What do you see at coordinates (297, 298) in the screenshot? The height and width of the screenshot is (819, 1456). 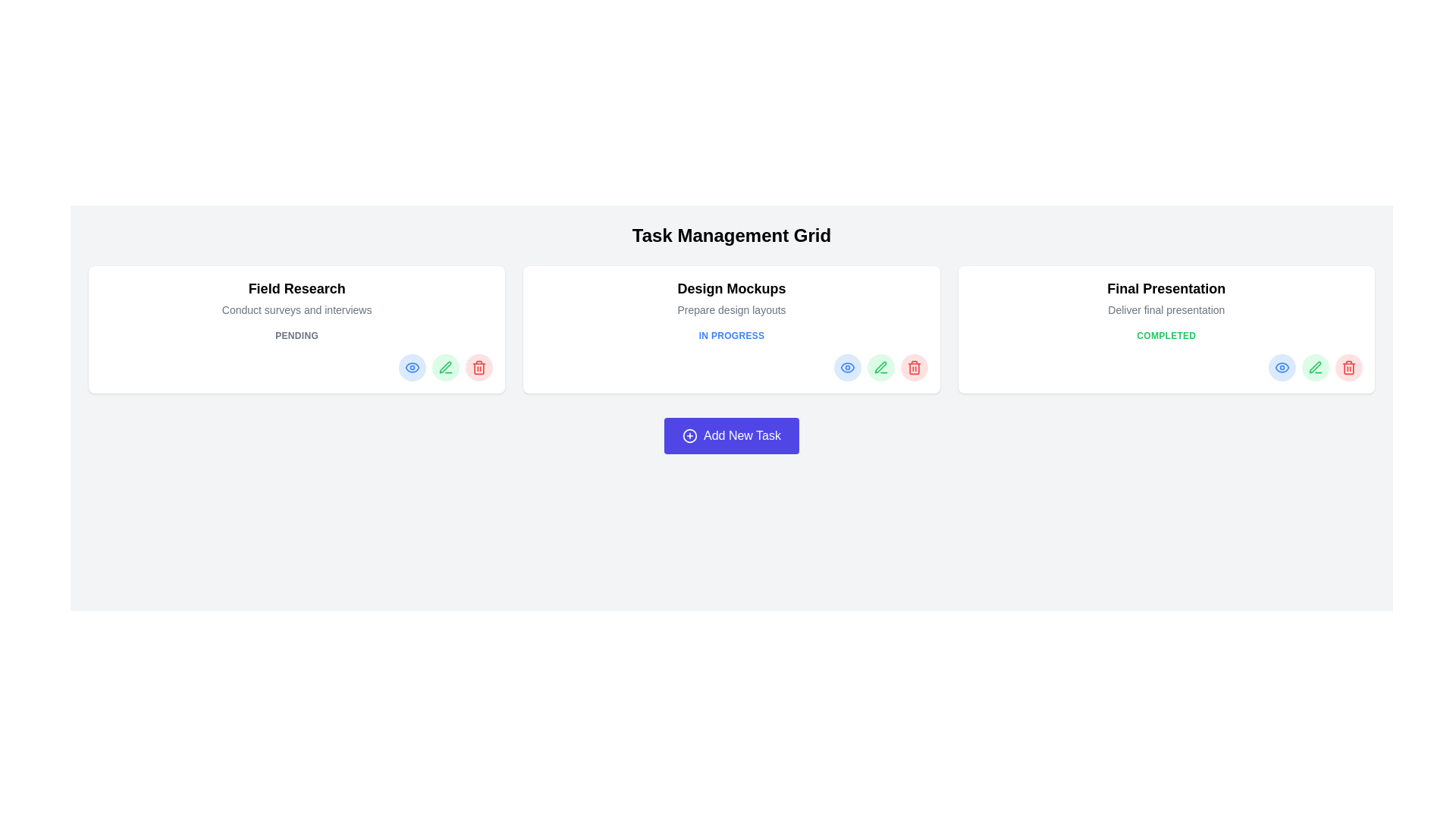 I see `displayed text from the text block containing the header 'Field Research' and the descriptor 'Conduct surveys and interviews', located at the top-left of its card within a grid of three cards` at bounding box center [297, 298].